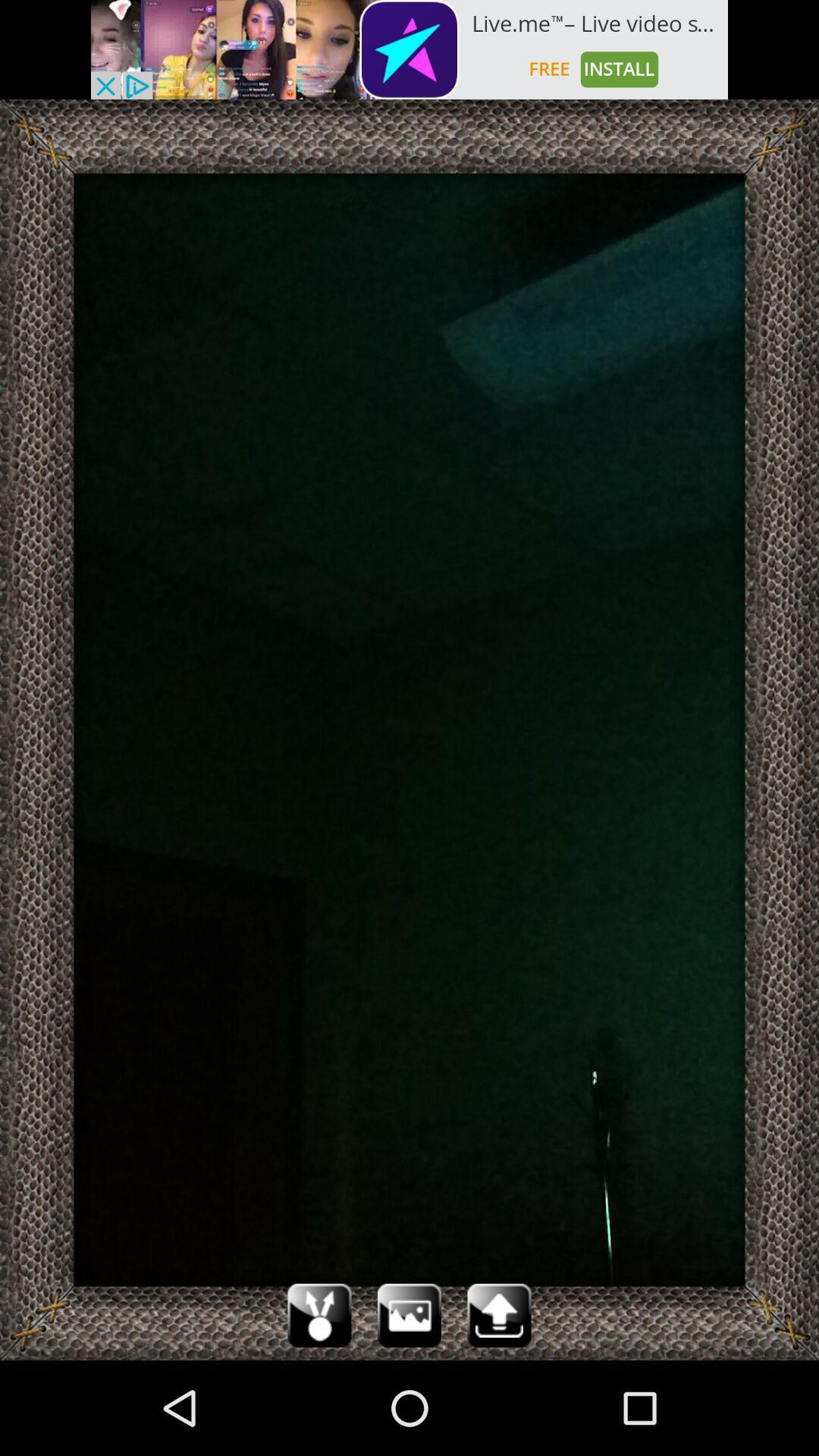 The image size is (819, 1456). What do you see at coordinates (409, 49) in the screenshot?
I see `advertisement link` at bounding box center [409, 49].